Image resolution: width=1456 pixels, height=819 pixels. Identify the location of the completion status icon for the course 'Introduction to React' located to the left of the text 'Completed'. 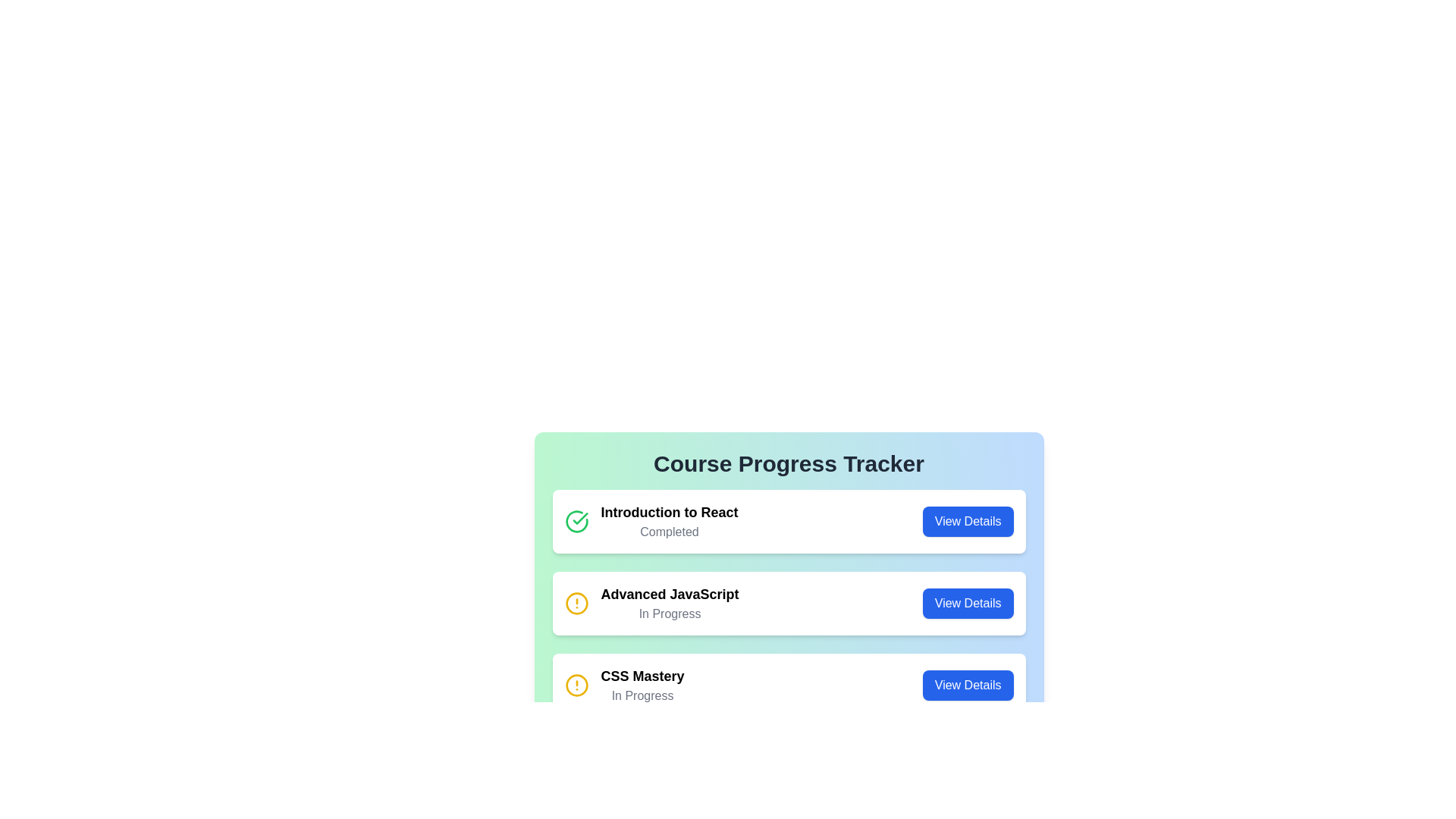
(576, 520).